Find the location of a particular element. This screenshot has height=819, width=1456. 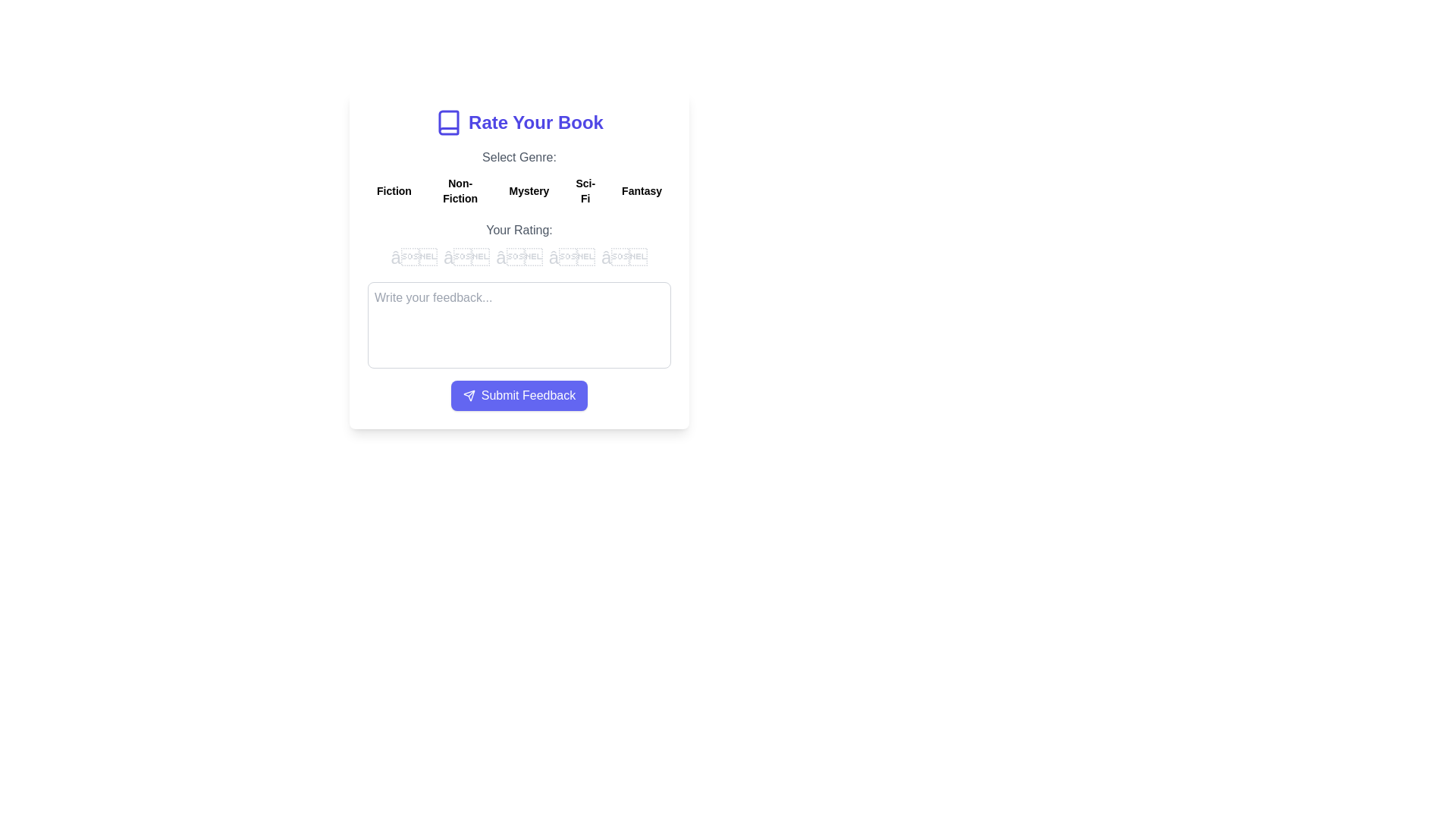

the label displaying 'Select Genre:' which is positioned centrally at the top of the UI section is located at coordinates (519, 158).